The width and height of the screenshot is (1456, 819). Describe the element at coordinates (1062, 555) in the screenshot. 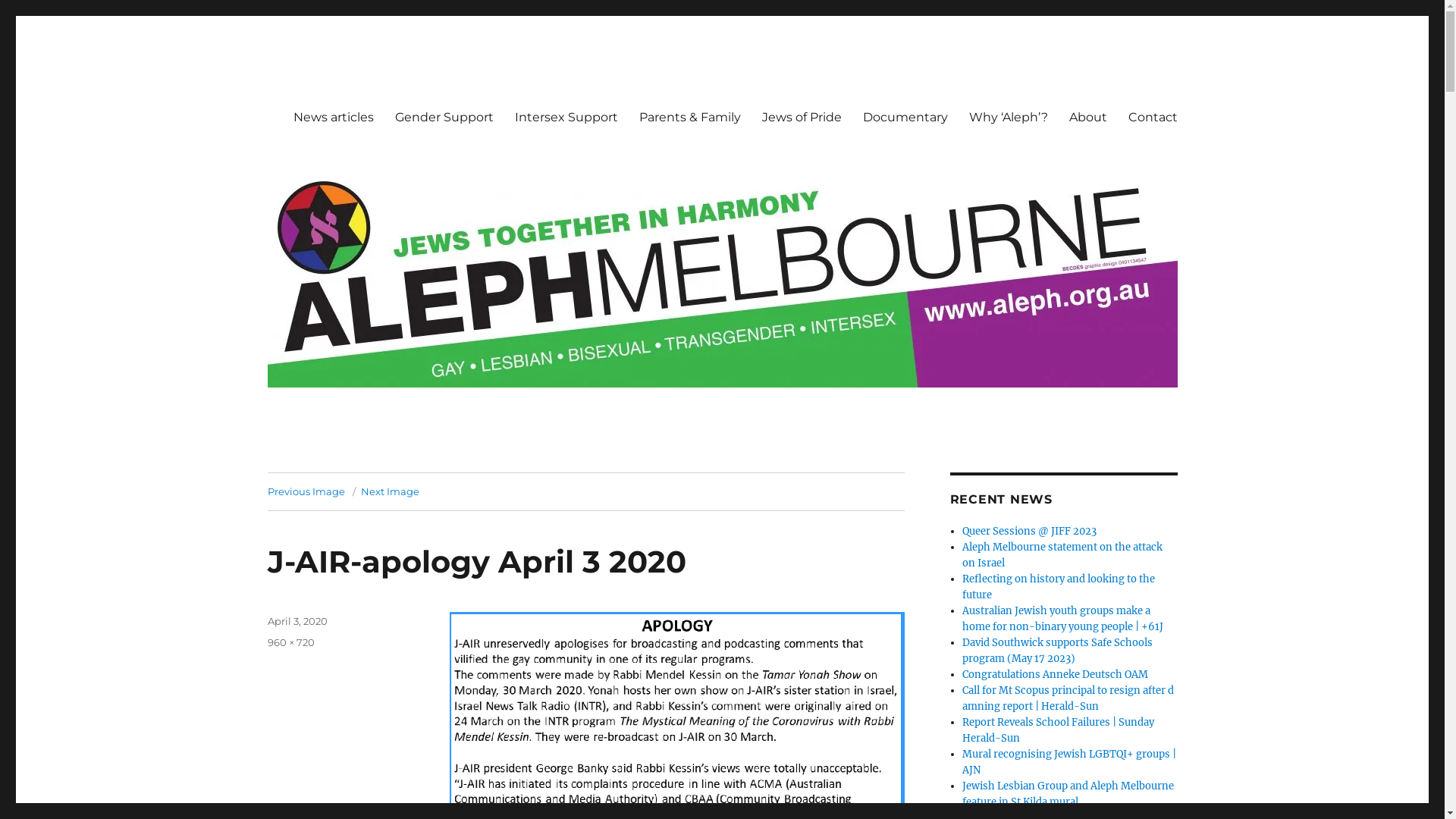

I see `'Aleph Melbourne statement on the attack on Israel'` at that location.